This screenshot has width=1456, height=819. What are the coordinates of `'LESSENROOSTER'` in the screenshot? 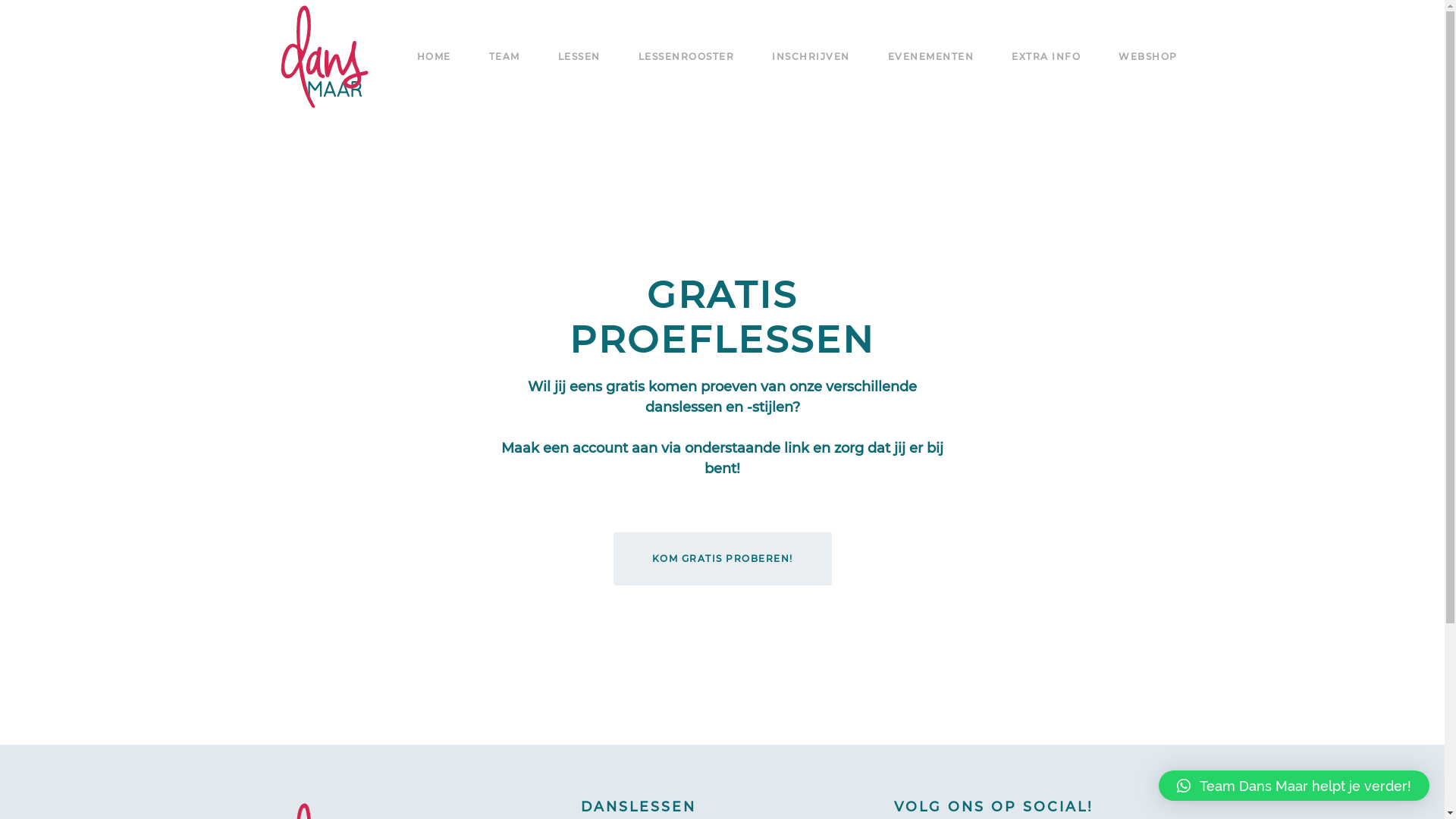 It's located at (638, 55).